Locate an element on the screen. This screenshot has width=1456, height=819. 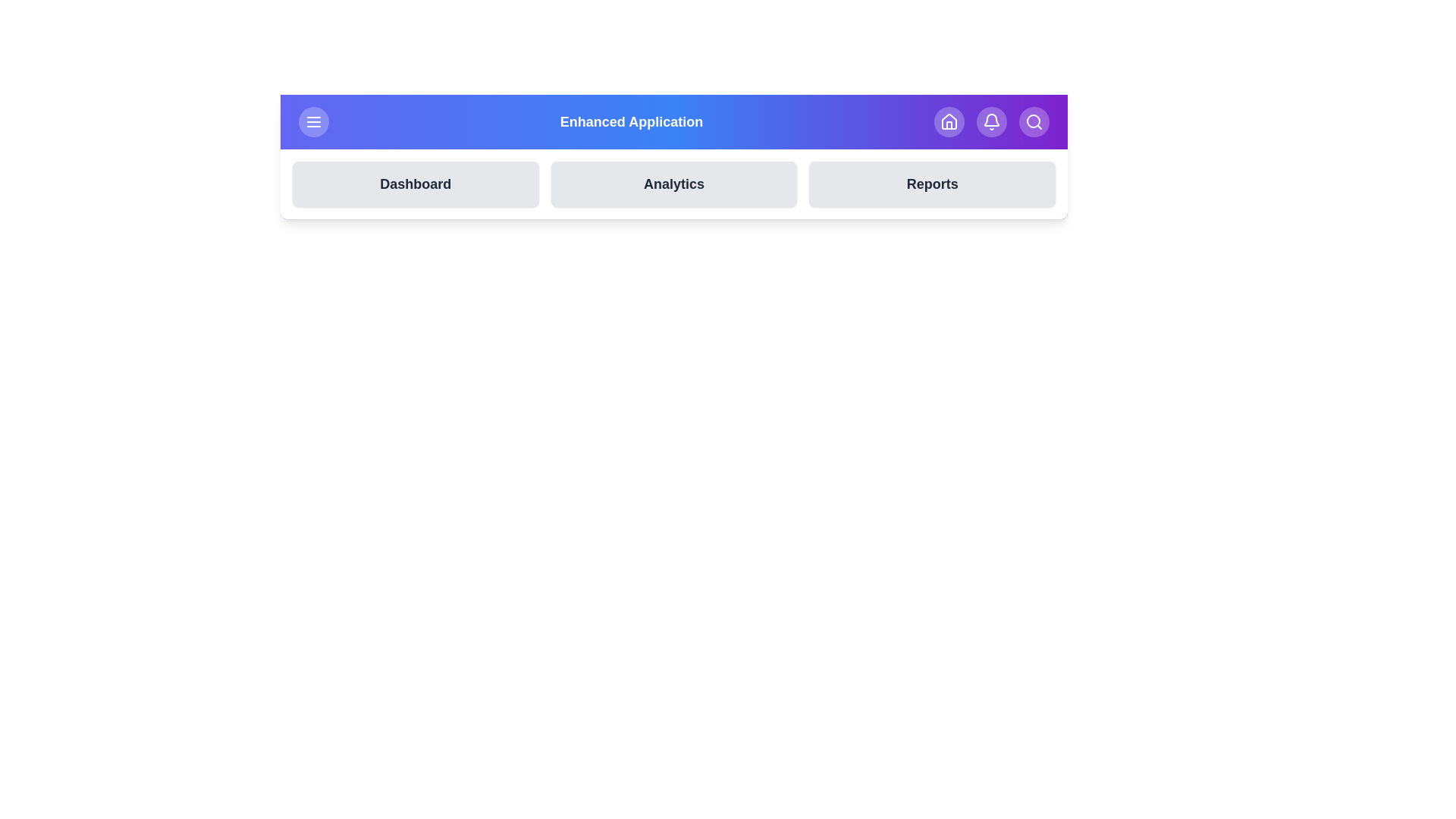
the button labeled Search to observe the visual feedback is located at coordinates (1033, 121).